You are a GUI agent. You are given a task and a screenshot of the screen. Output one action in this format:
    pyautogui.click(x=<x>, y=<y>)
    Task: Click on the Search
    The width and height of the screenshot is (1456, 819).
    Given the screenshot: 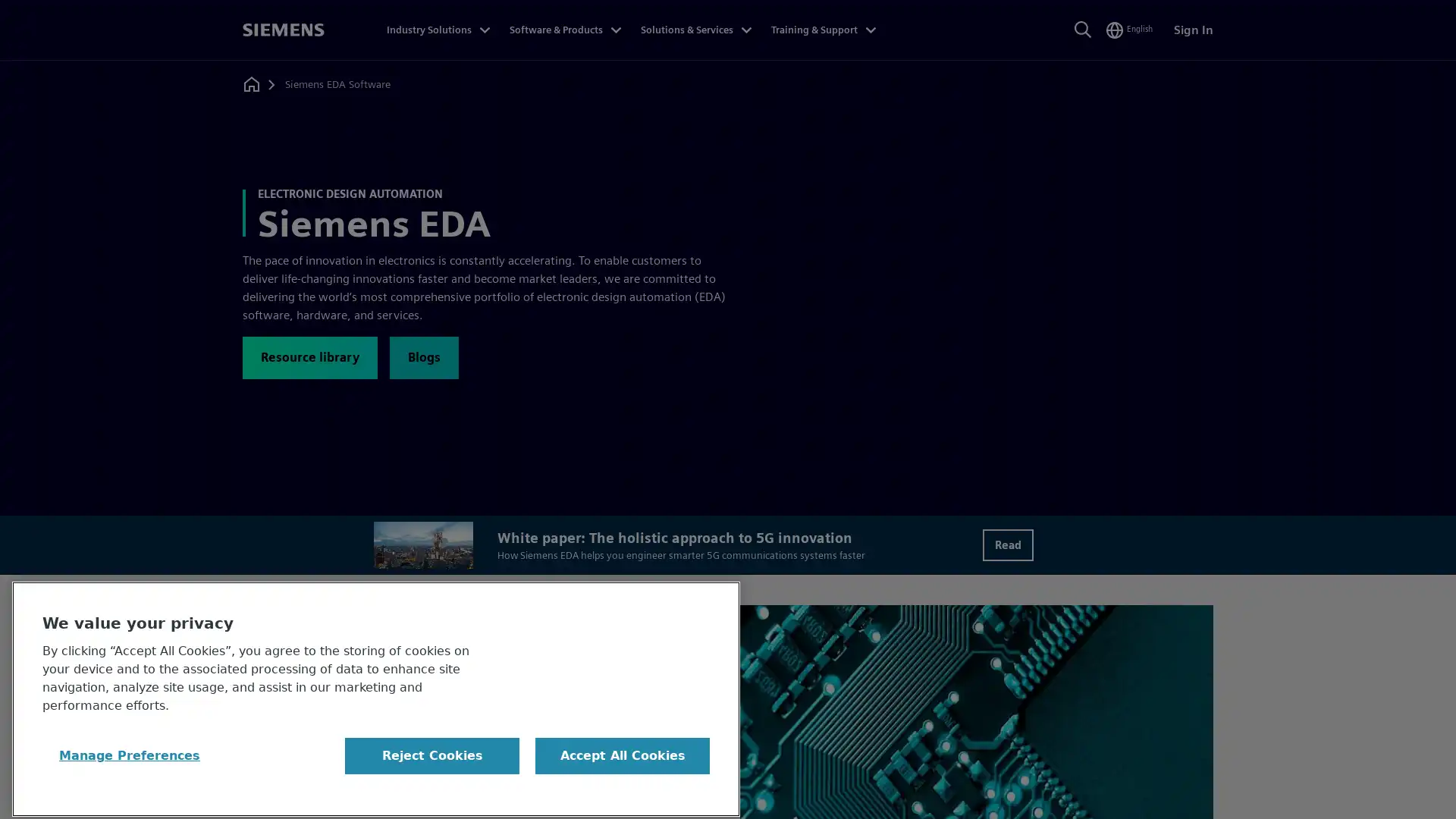 What is the action you would take?
    pyautogui.click(x=1081, y=30)
    